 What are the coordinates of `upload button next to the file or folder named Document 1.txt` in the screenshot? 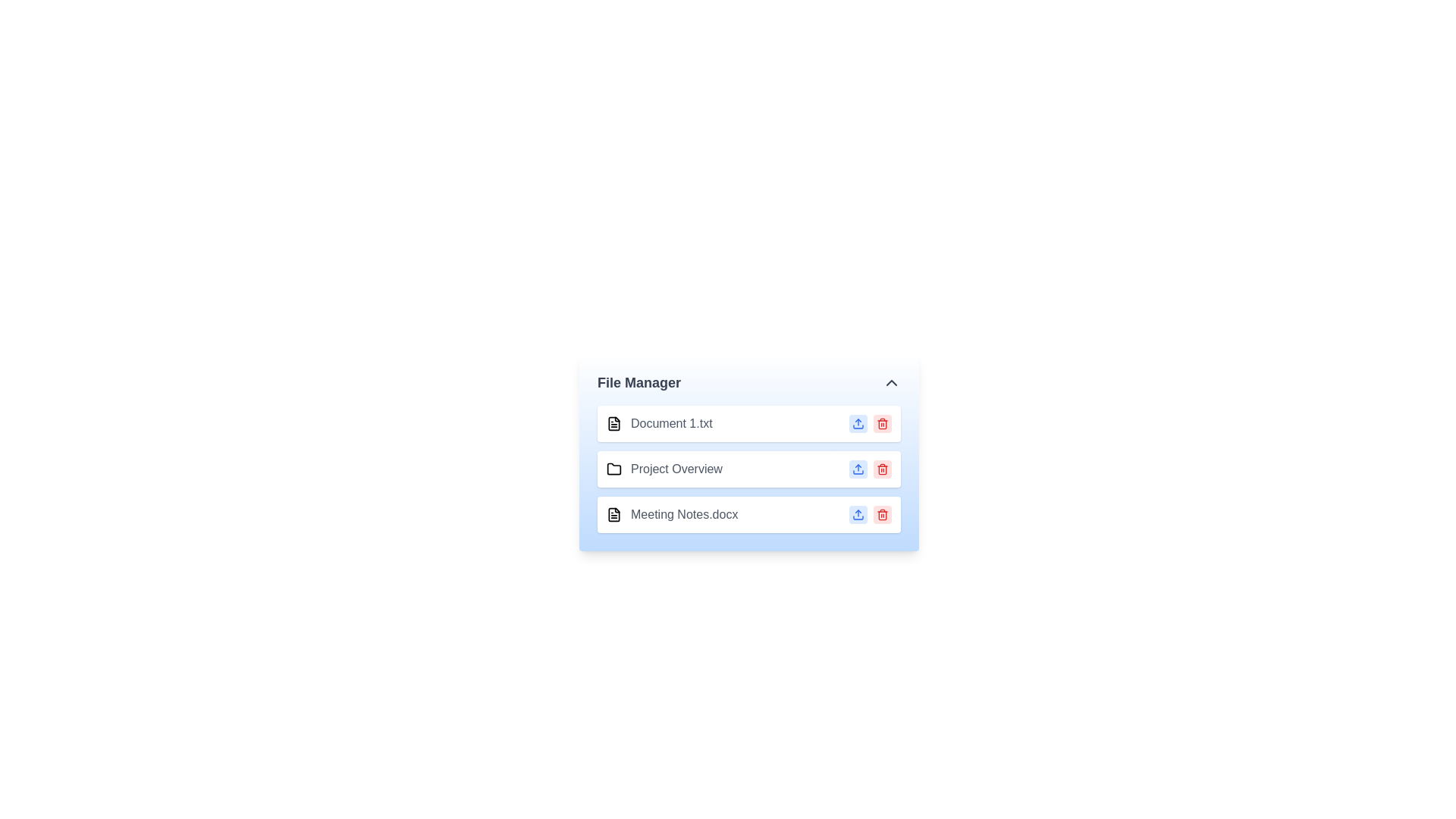 It's located at (858, 424).